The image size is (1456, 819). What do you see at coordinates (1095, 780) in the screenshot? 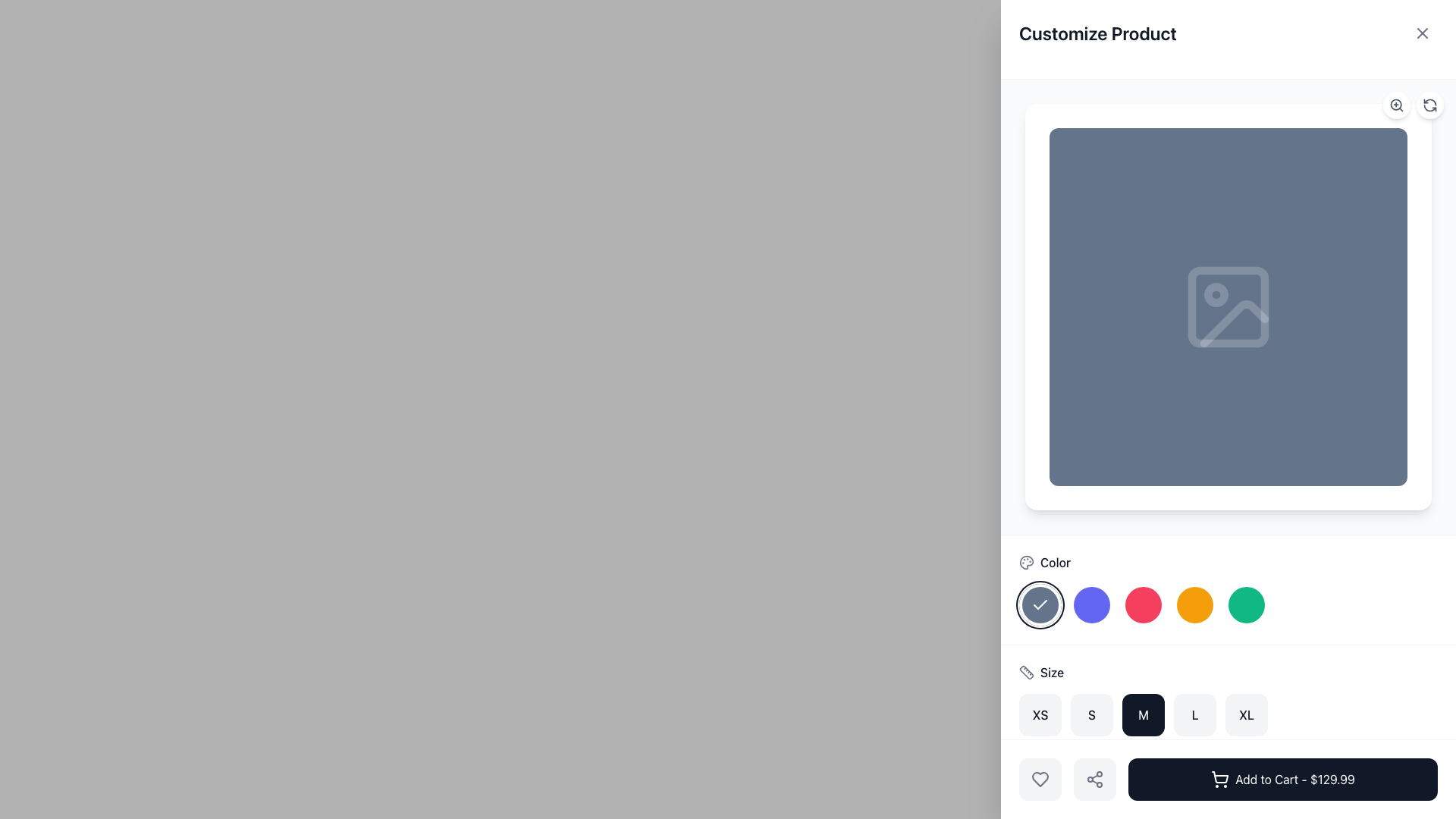
I see `the rounded square button with a light gray background and a share symbol icon` at bounding box center [1095, 780].